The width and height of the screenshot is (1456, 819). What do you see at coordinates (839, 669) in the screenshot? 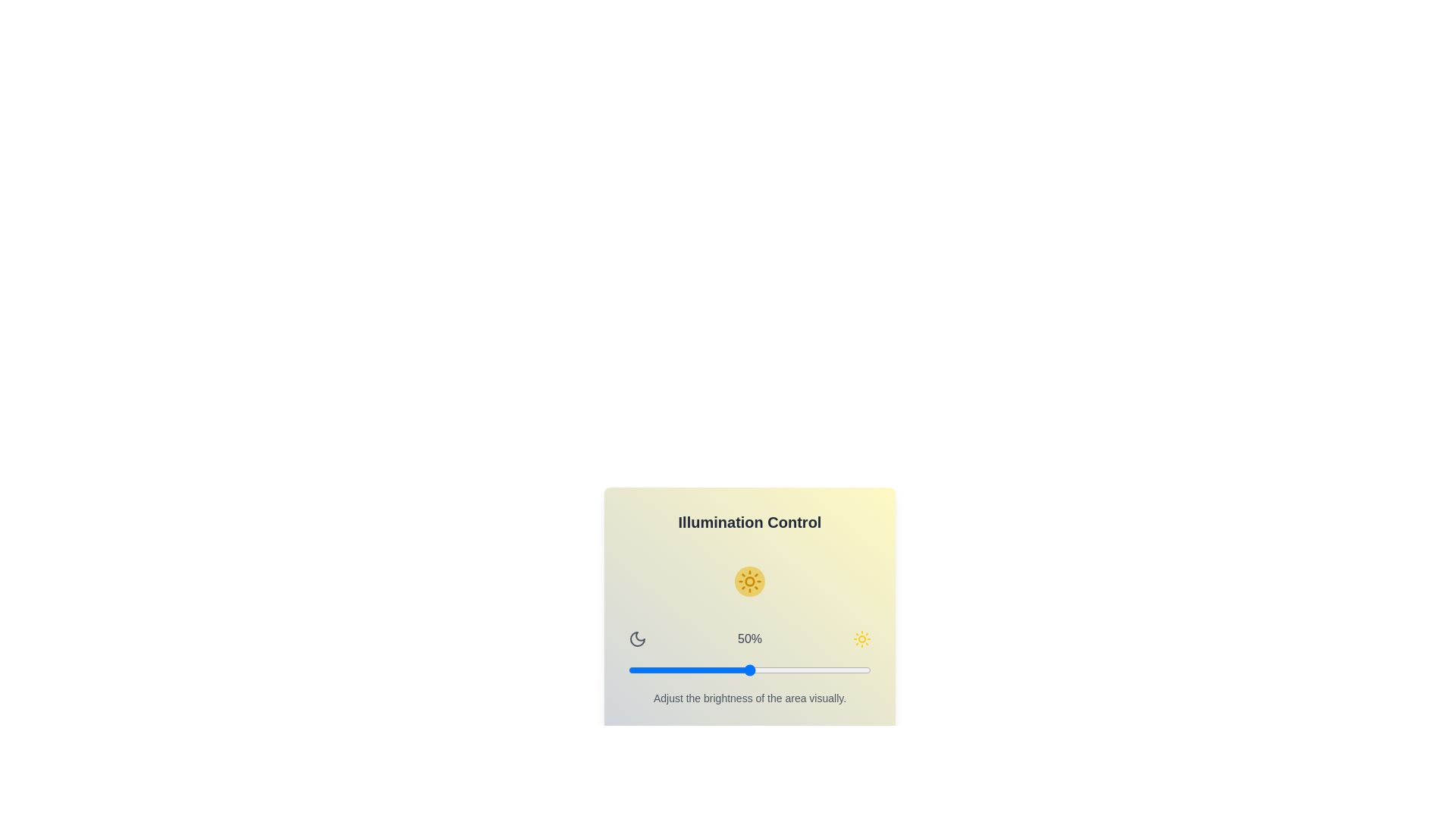
I see `the brightness slider to 87%` at bounding box center [839, 669].